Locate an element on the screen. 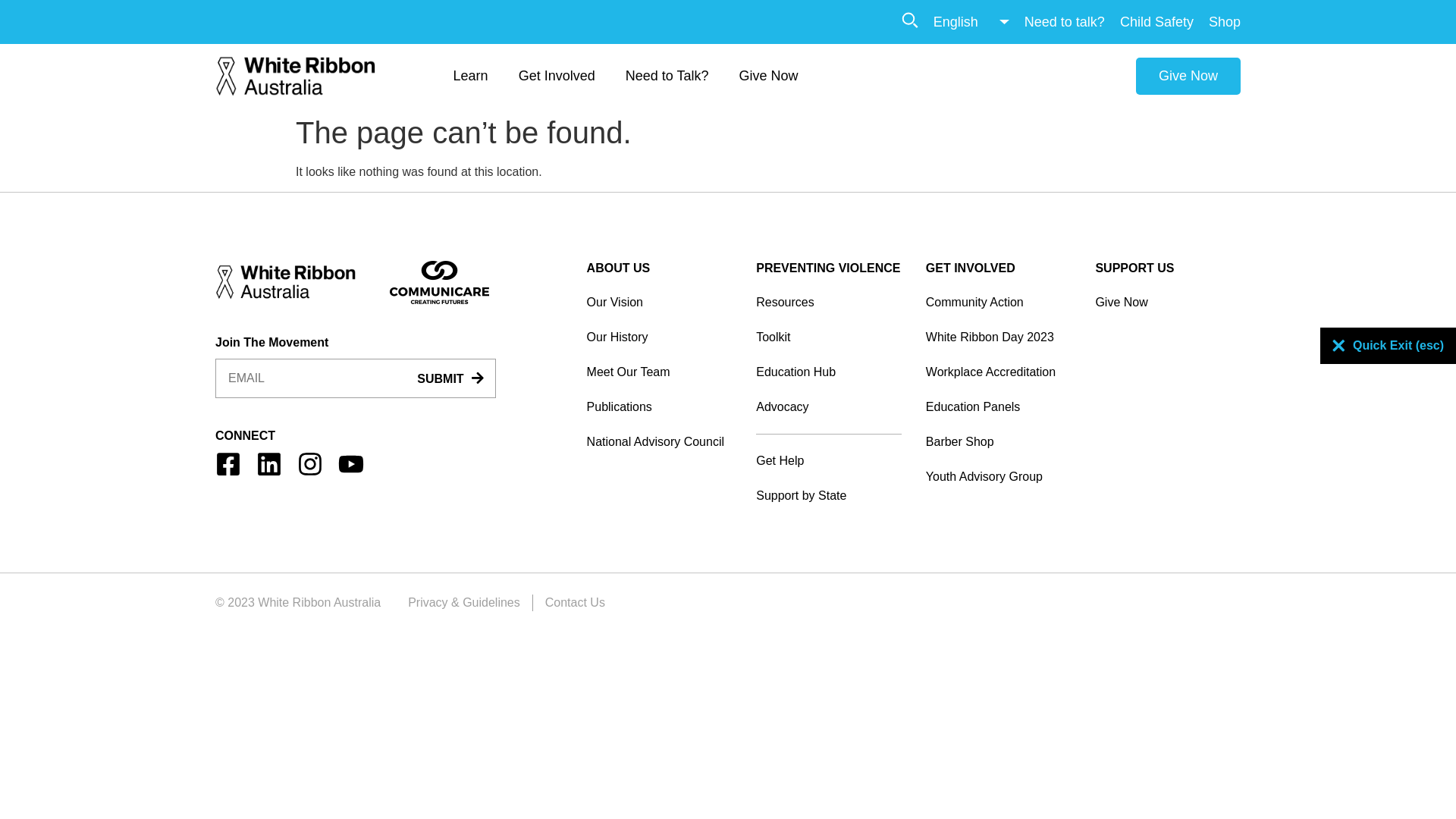  'Get Involved' is located at coordinates (556, 76).